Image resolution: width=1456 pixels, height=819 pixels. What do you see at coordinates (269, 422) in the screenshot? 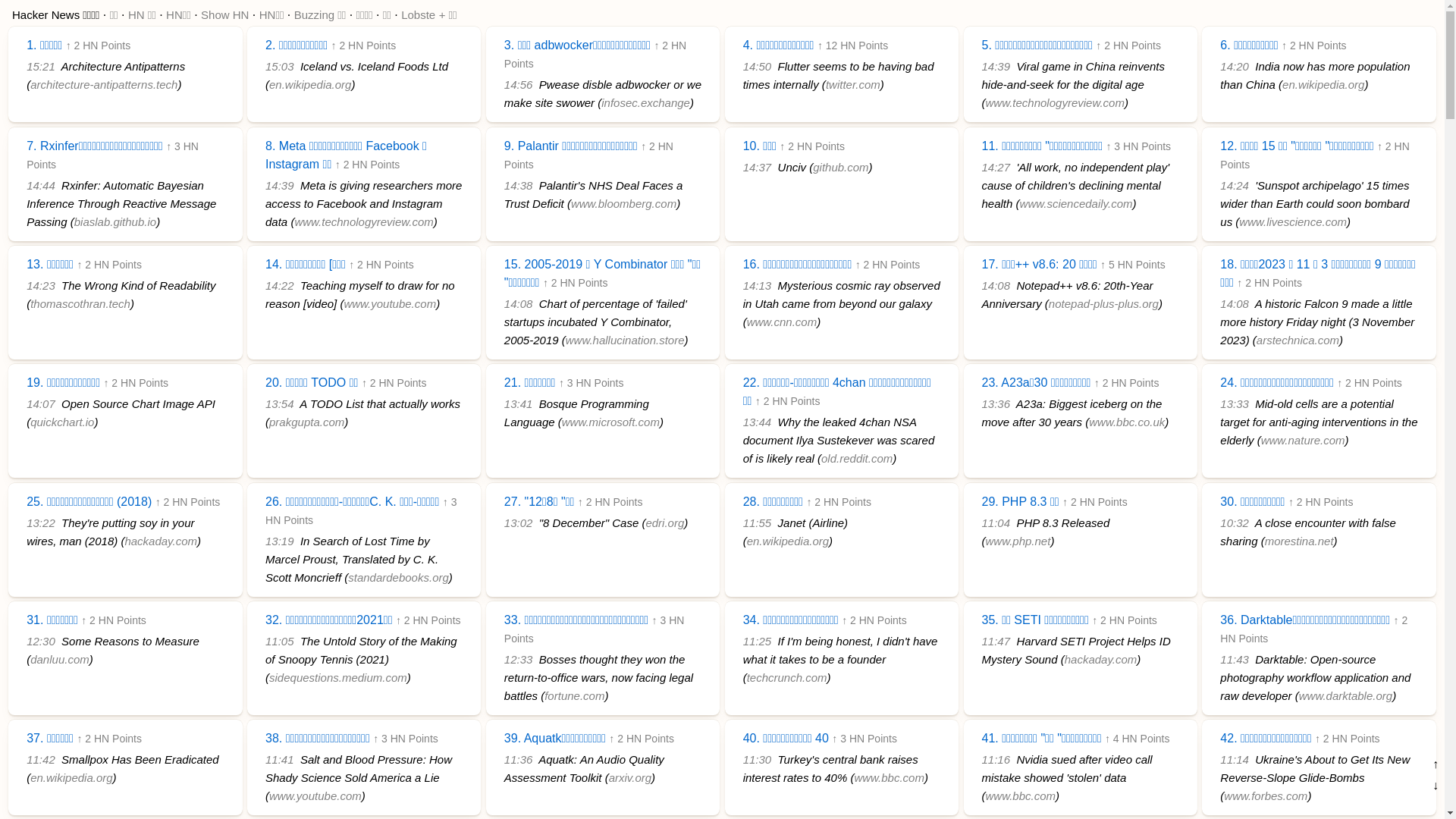
I see `'prakgupta.com'` at bounding box center [269, 422].